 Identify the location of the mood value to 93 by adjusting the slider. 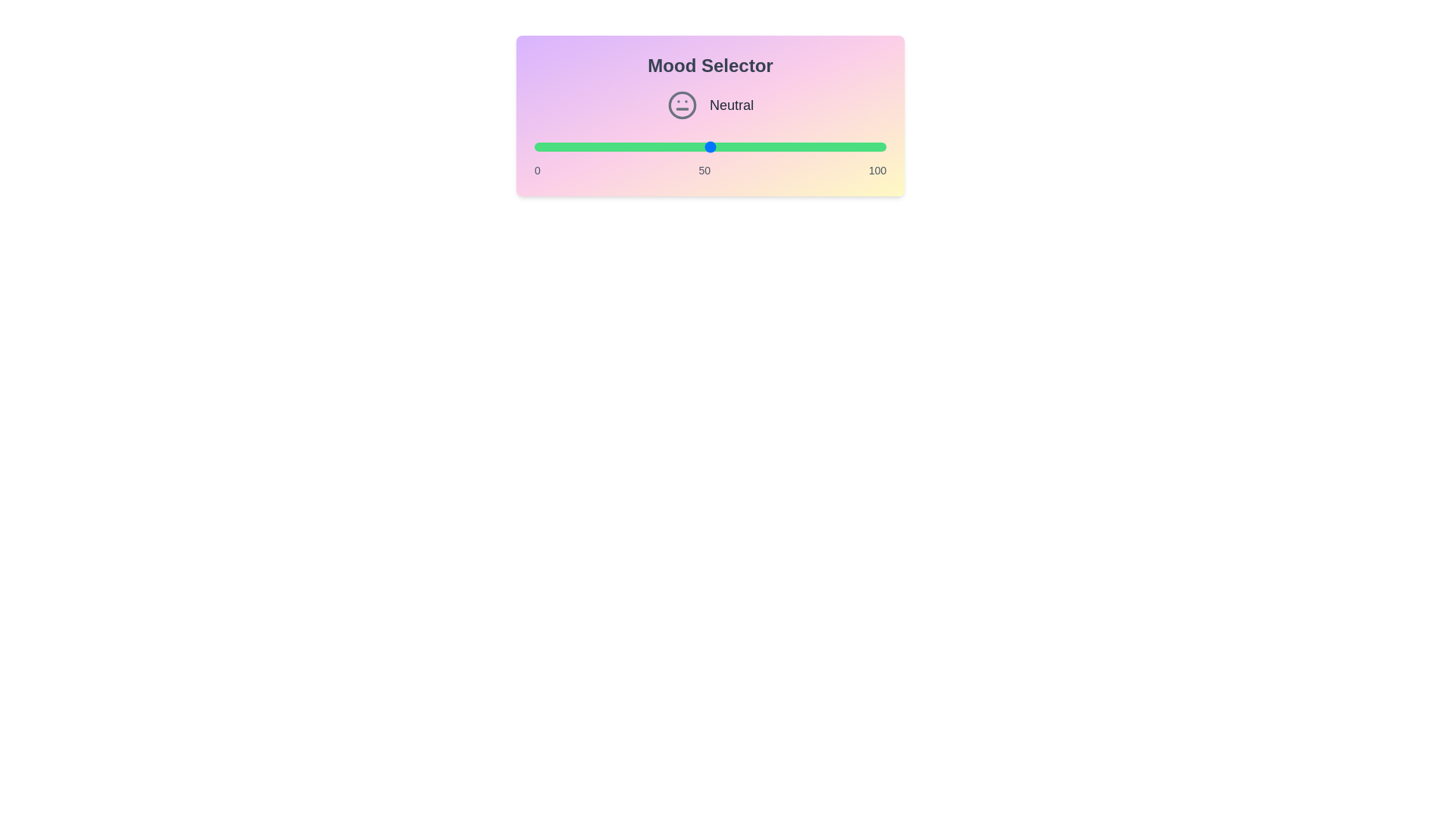
(861, 146).